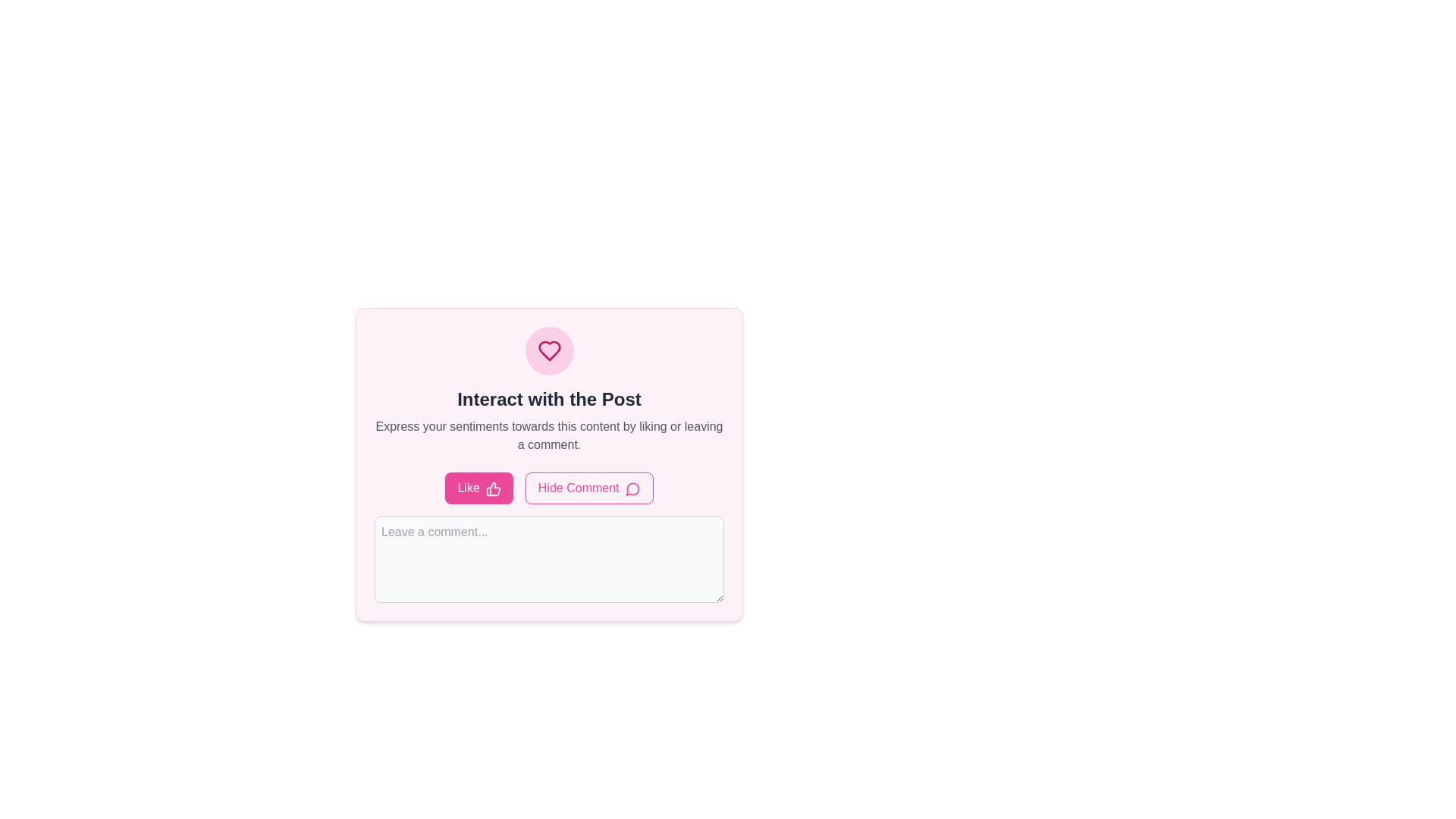 The height and width of the screenshot is (819, 1456). What do you see at coordinates (632, 489) in the screenshot?
I see `the comment or message icon, which is part of a grouped icon set located adjacent to the 'Interact with the Post' section header` at bounding box center [632, 489].